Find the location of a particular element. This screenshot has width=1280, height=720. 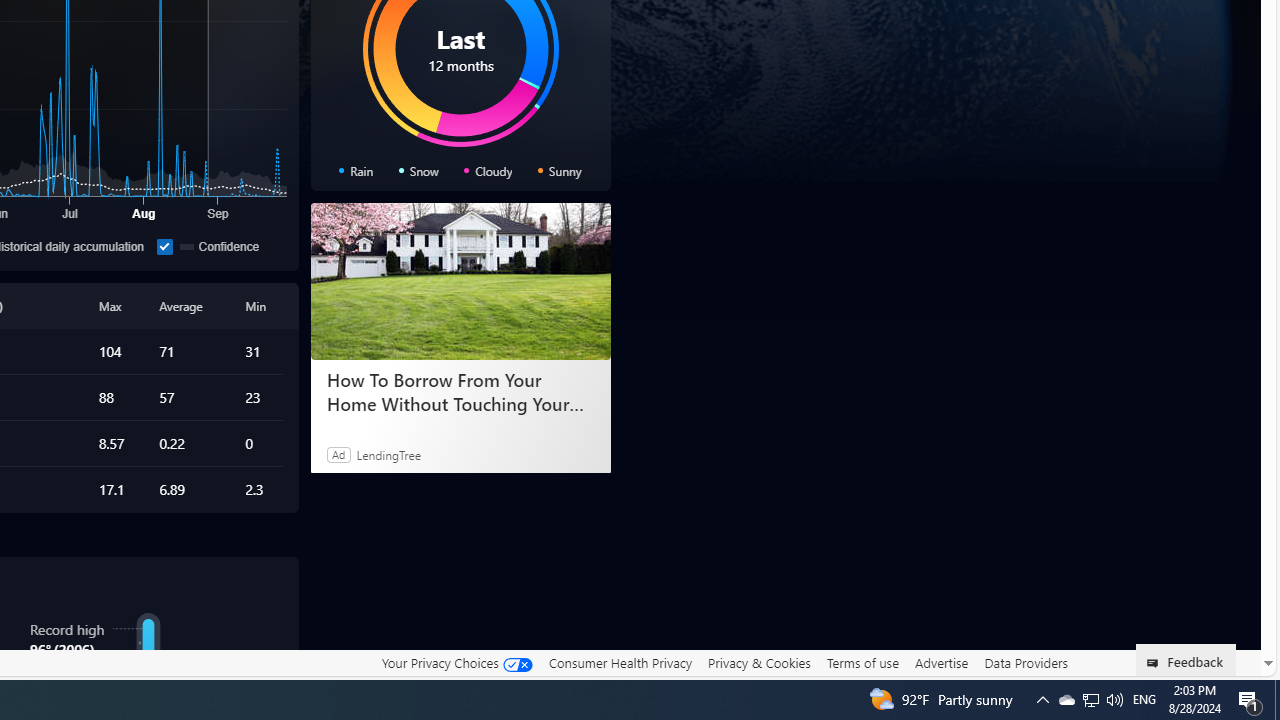

'Data Providers' is located at coordinates (1025, 663).